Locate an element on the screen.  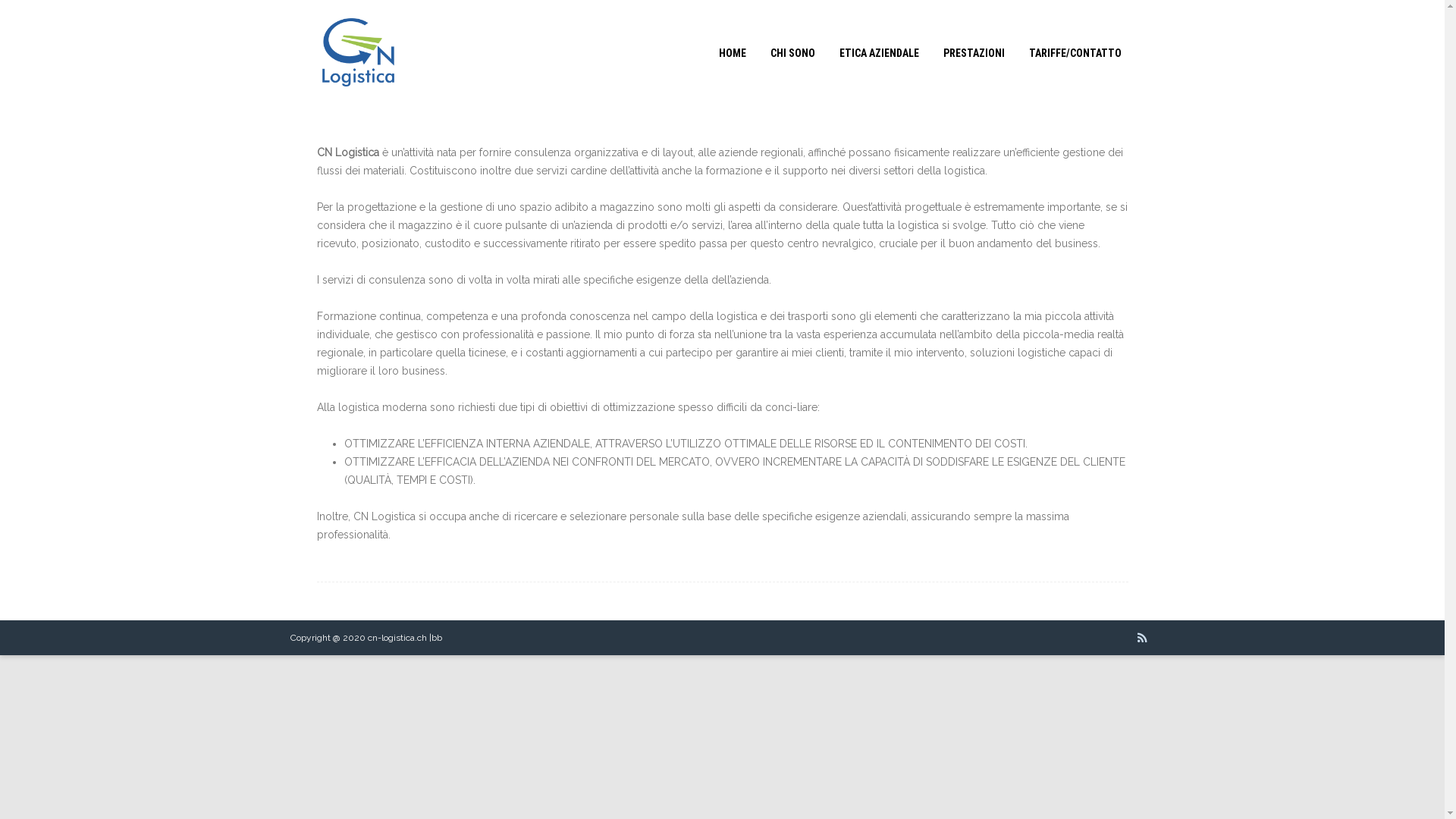
'CN-logistica' is located at coordinates (302, 100).